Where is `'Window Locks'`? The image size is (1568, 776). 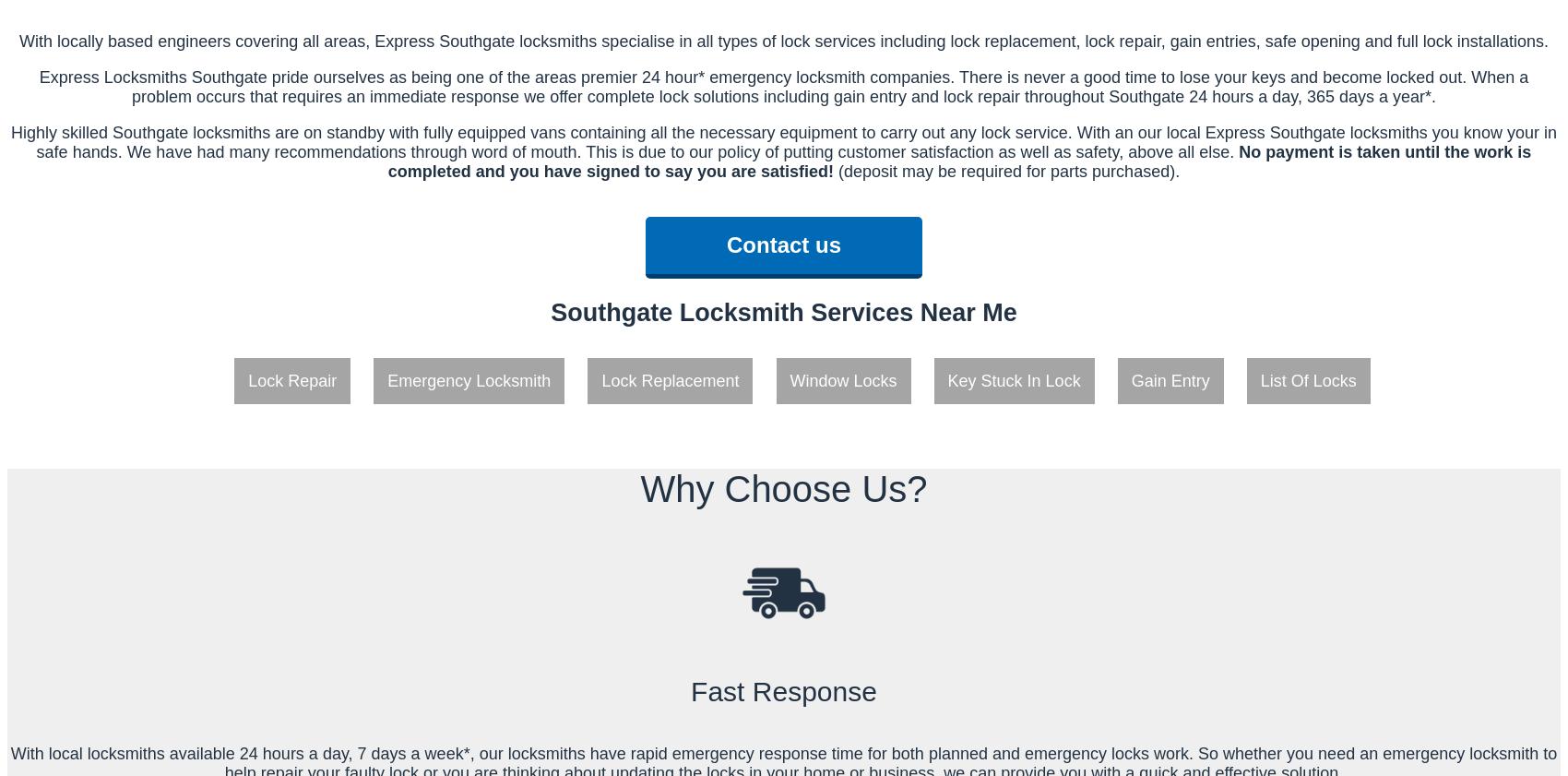
'Window Locks' is located at coordinates (842, 379).